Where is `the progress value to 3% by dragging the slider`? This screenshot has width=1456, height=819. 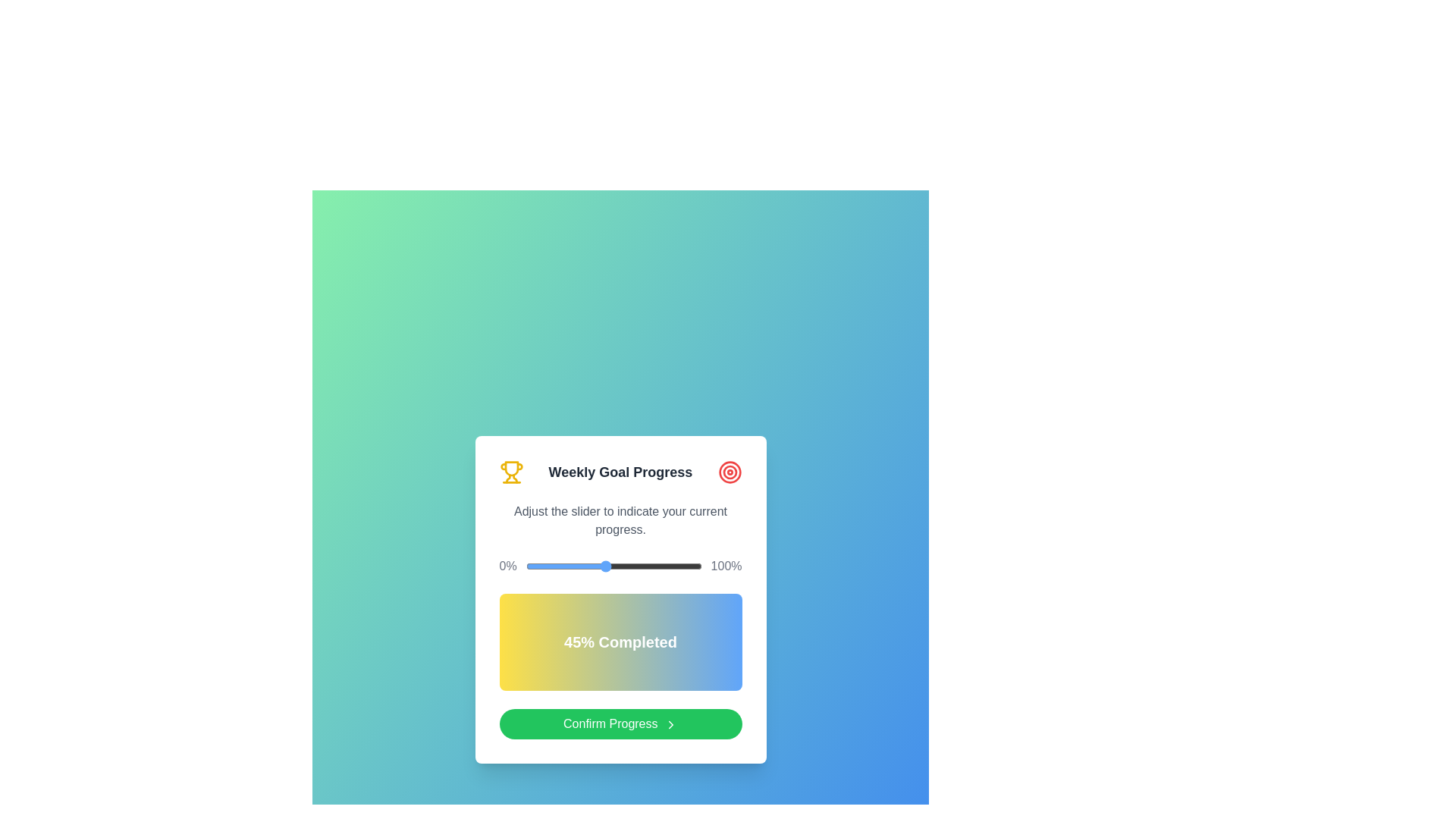
the progress value to 3% by dragging the slider is located at coordinates (531, 566).